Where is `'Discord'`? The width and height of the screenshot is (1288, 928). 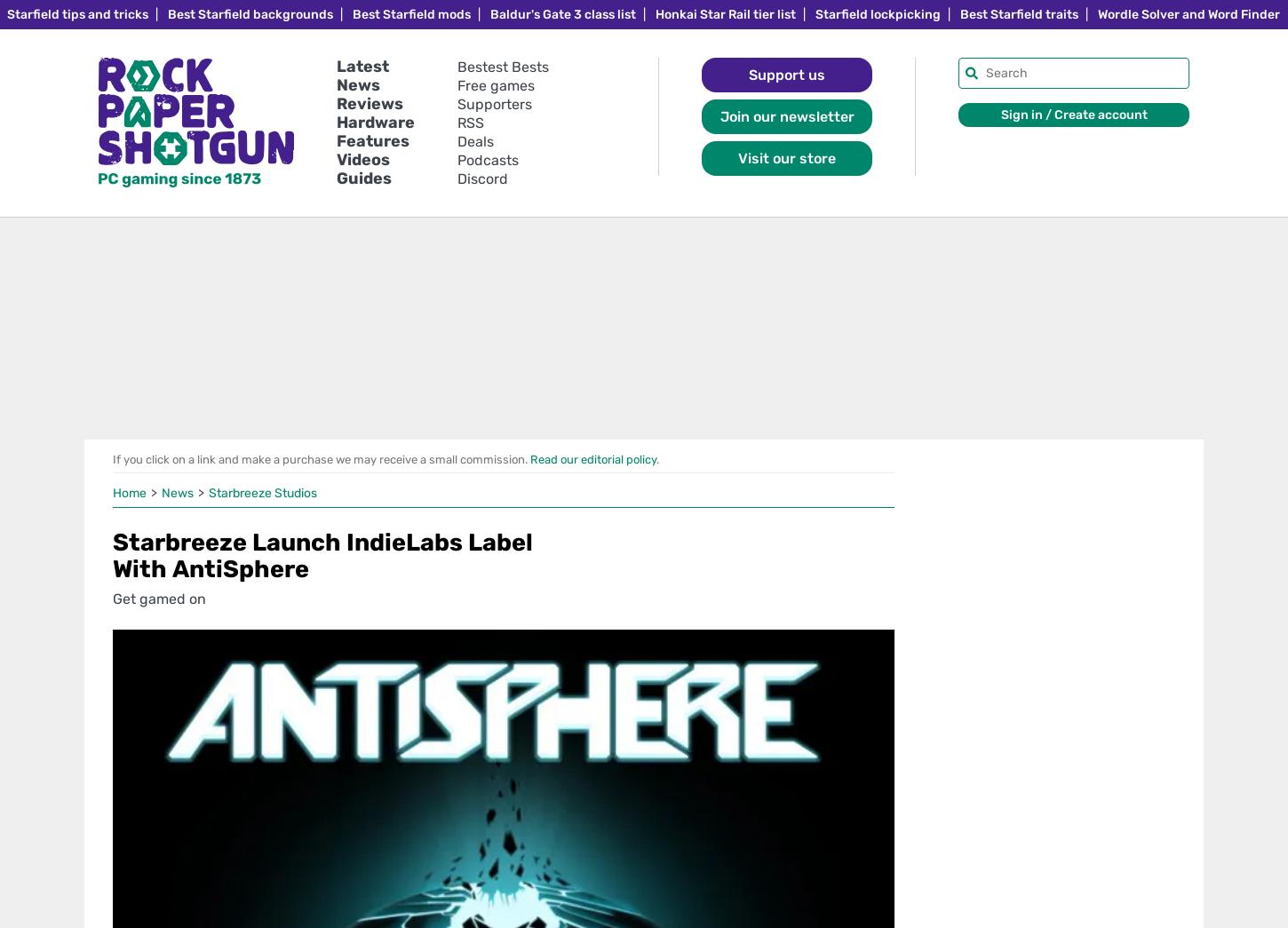 'Discord' is located at coordinates (482, 178).